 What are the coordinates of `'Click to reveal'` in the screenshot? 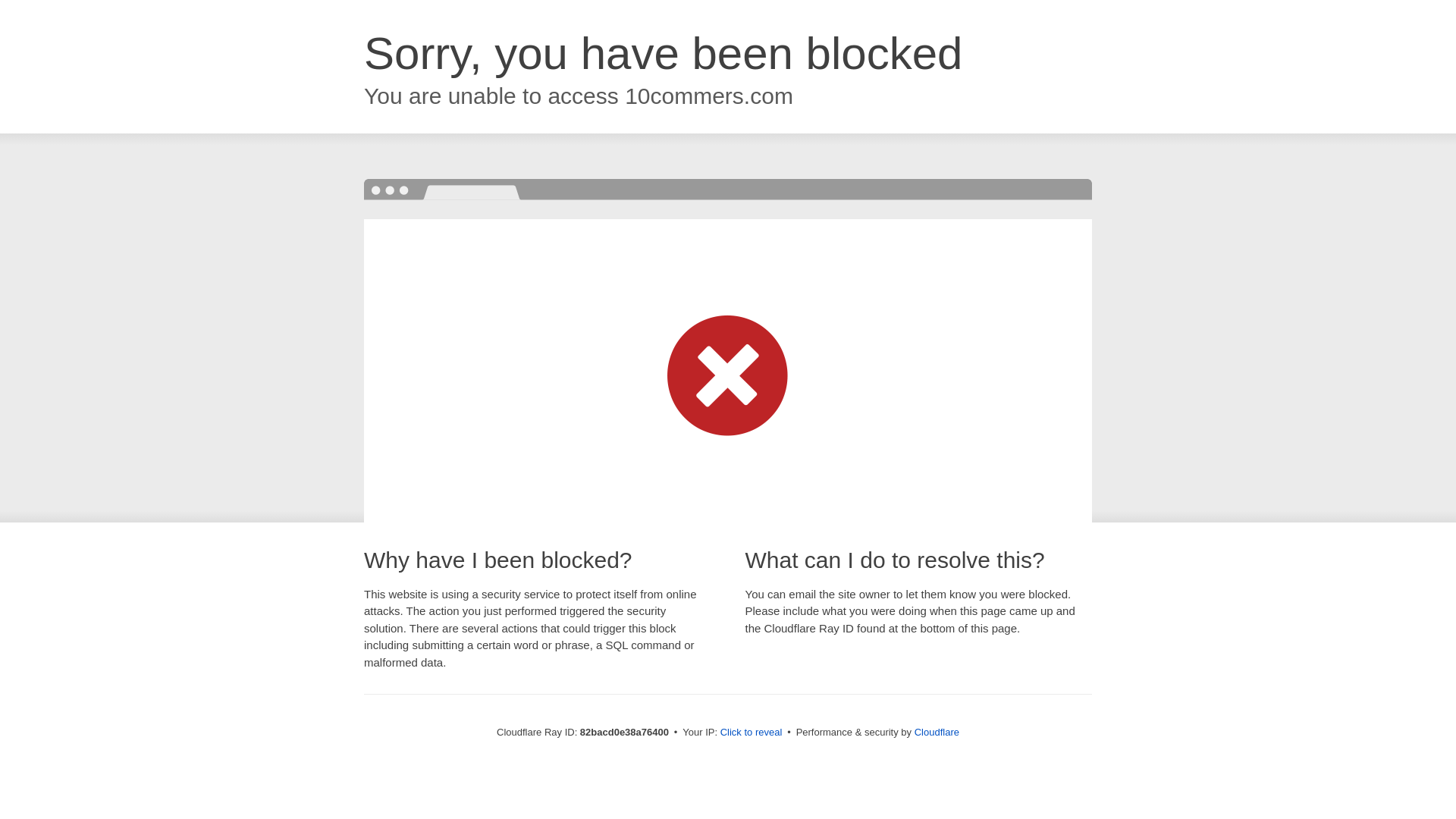 It's located at (751, 731).